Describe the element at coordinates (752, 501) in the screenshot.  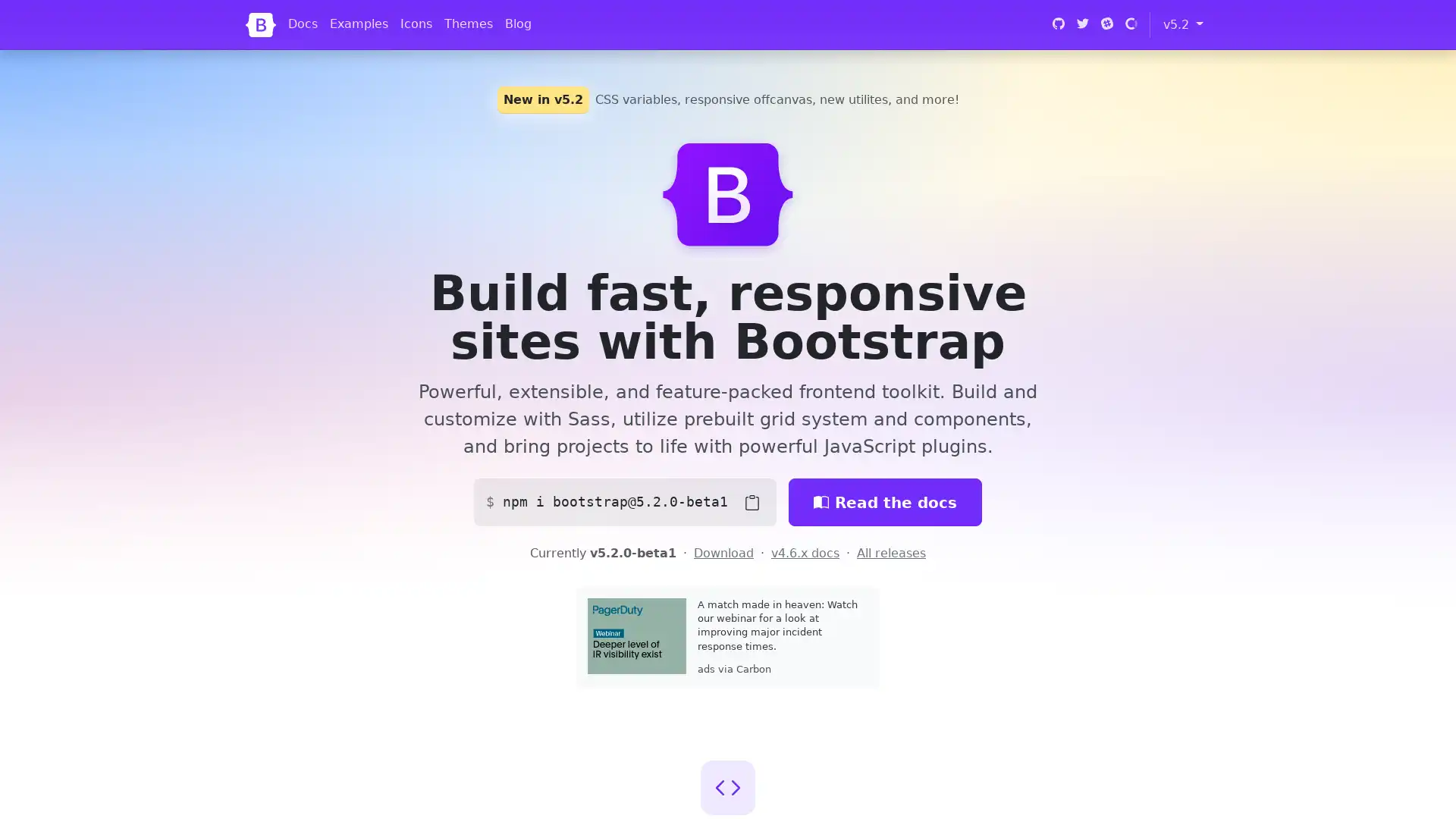
I see `Copy` at that location.